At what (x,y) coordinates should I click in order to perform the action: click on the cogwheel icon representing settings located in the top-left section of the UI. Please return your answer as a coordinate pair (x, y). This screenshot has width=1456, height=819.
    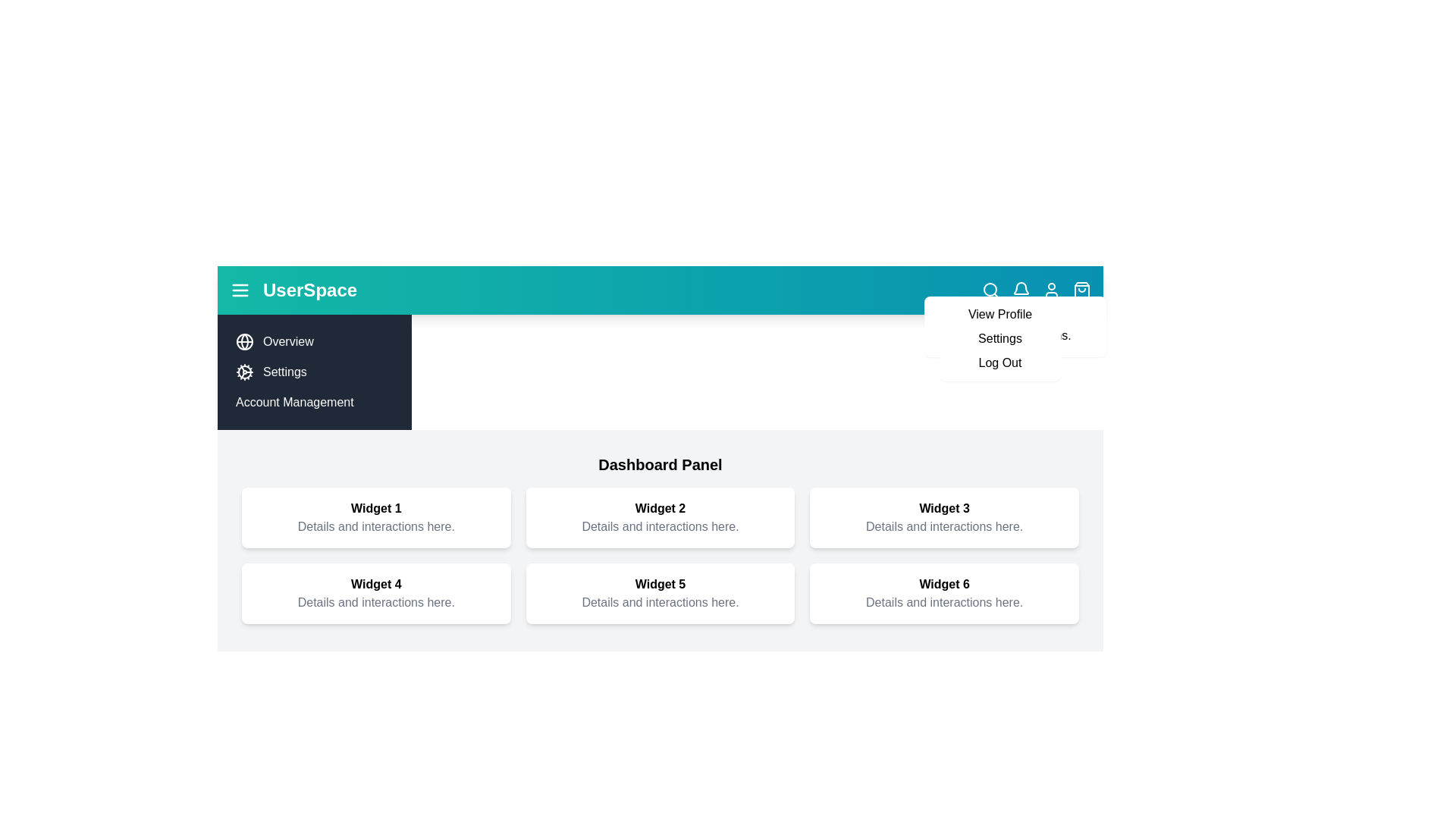
    Looking at the image, I should click on (244, 372).